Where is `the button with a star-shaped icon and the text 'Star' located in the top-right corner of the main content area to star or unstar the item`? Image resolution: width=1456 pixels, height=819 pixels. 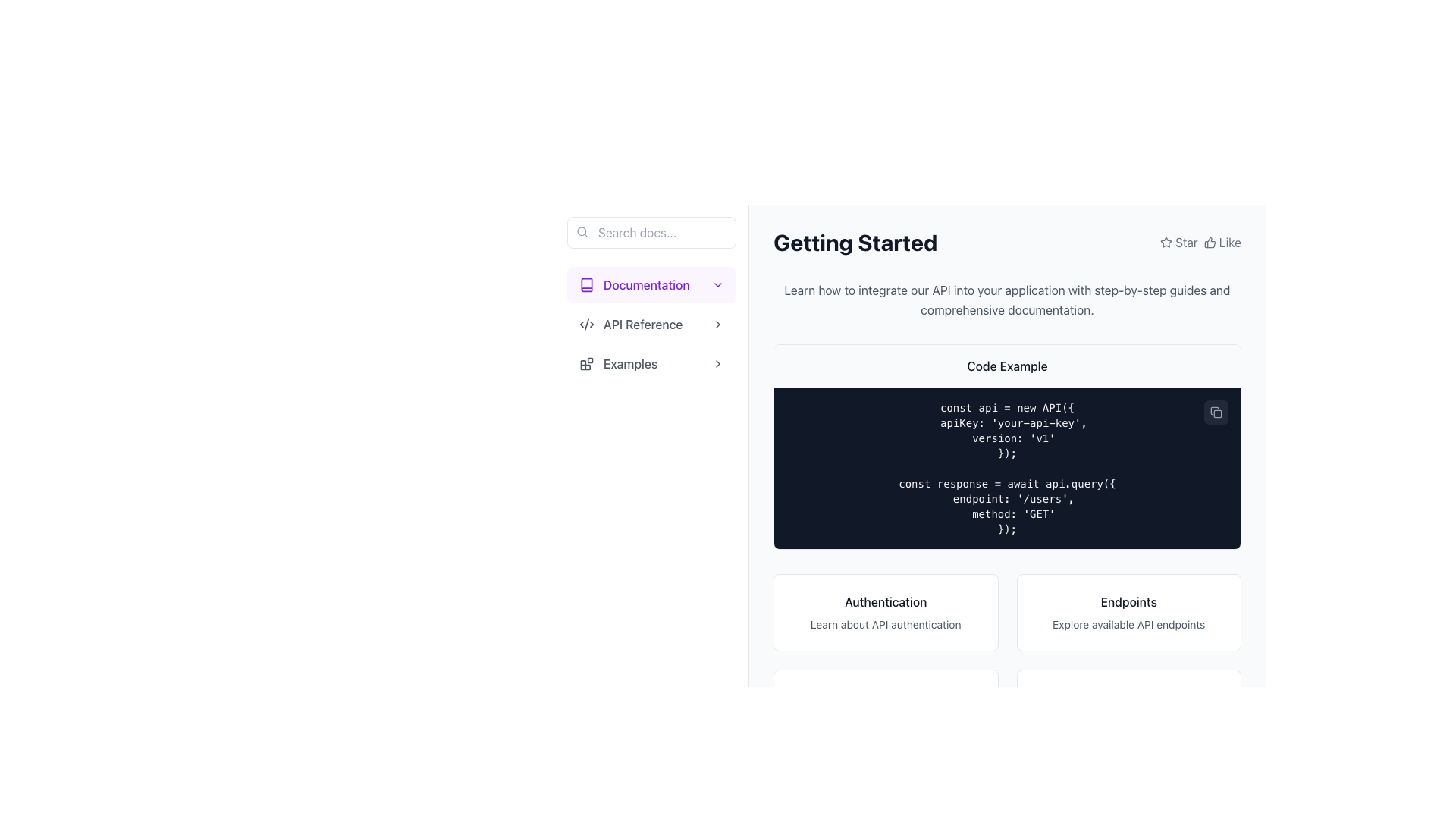
the button with a star-shaped icon and the text 'Star' located in the top-right corner of the main content area to star or unstar the item is located at coordinates (1178, 242).